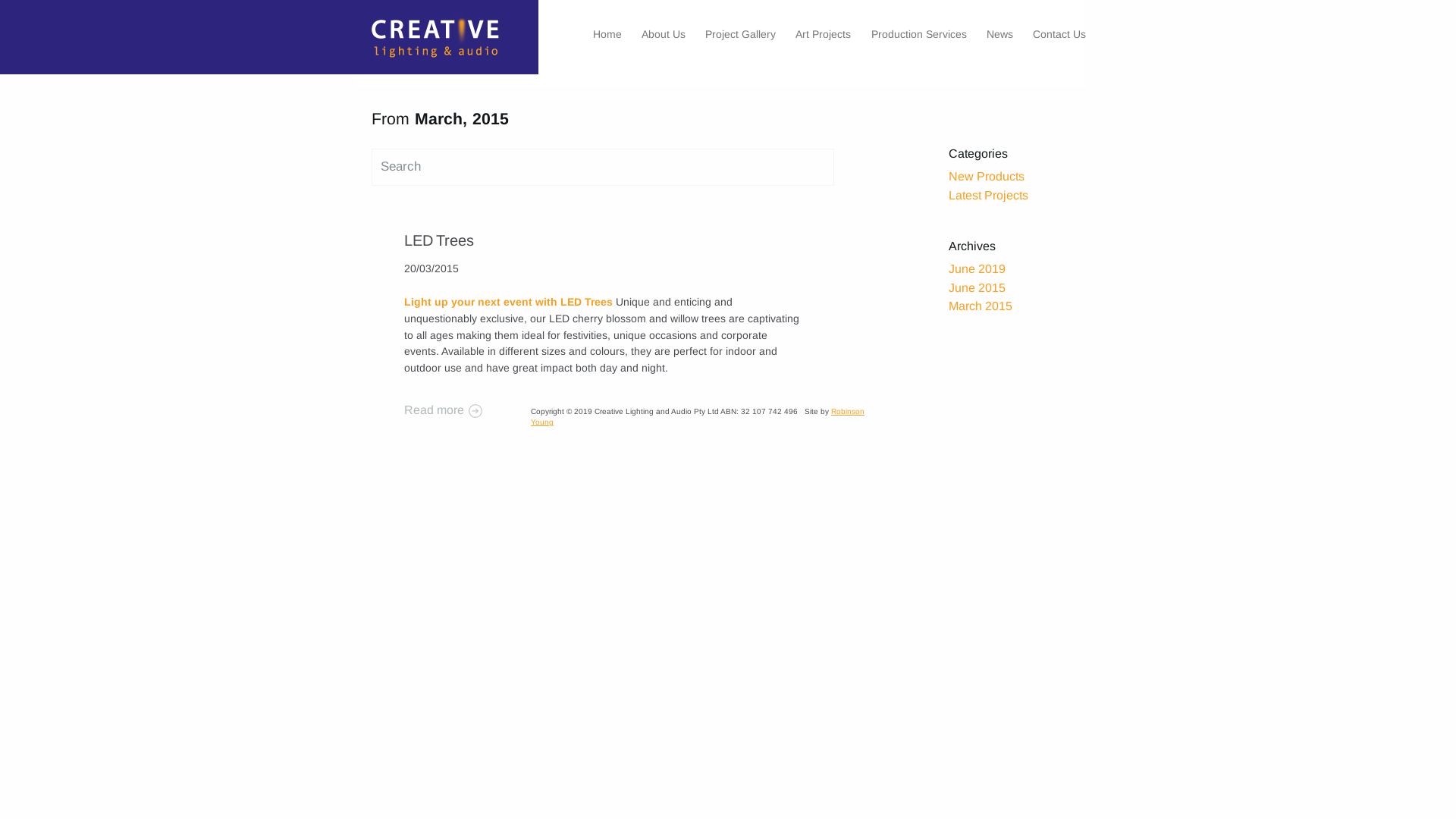 Image resolution: width=1456 pixels, height=819 pixels. What do you see at coordinates (822, 34) in the screenshot?
I see `'Art Projects'` at bounding box center [822, 34].